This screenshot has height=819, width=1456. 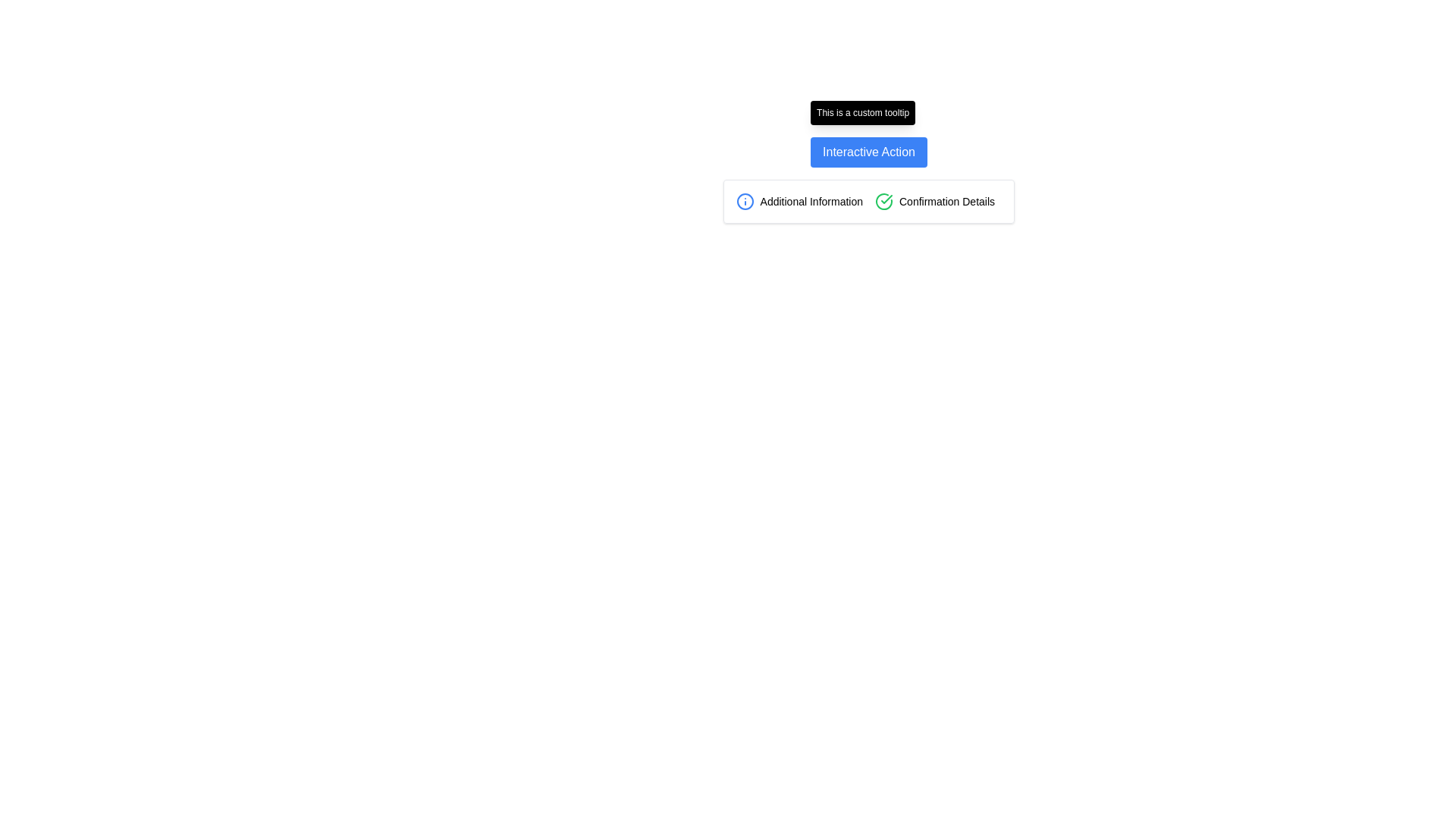 I want to click on the circular confirmation checkmark icon with a green outline and a white background, located before the 'Confirmation Details' text, so click(x=884, y=201).